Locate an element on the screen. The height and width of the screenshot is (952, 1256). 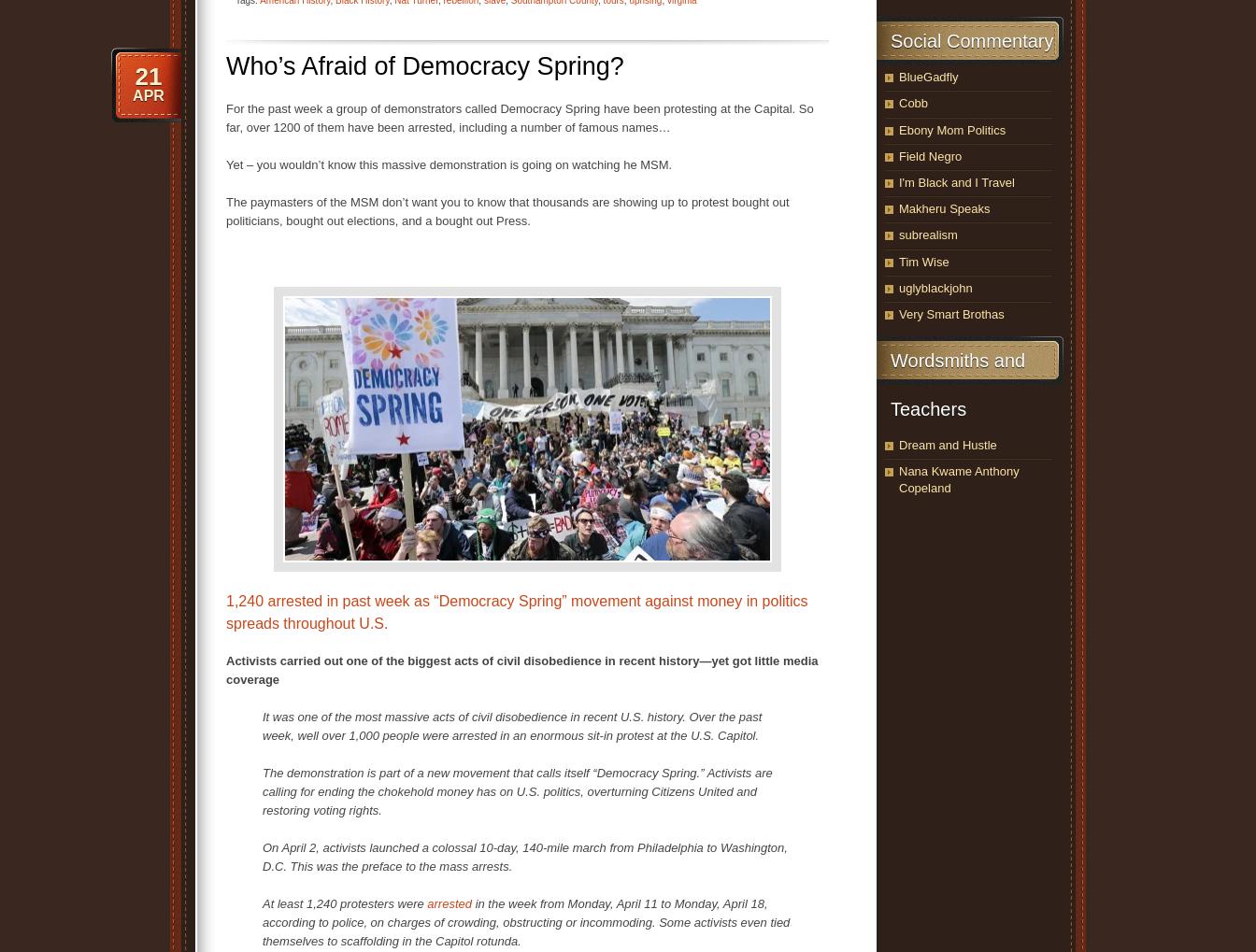
'The demonstration is part of a new movement that calls itself “Democracy Spring.” Activists are calling for ending the chokehold money has on U.S. politics, overturning Citizens United and restoring voting rights.' is located at coordinates (517, 790).